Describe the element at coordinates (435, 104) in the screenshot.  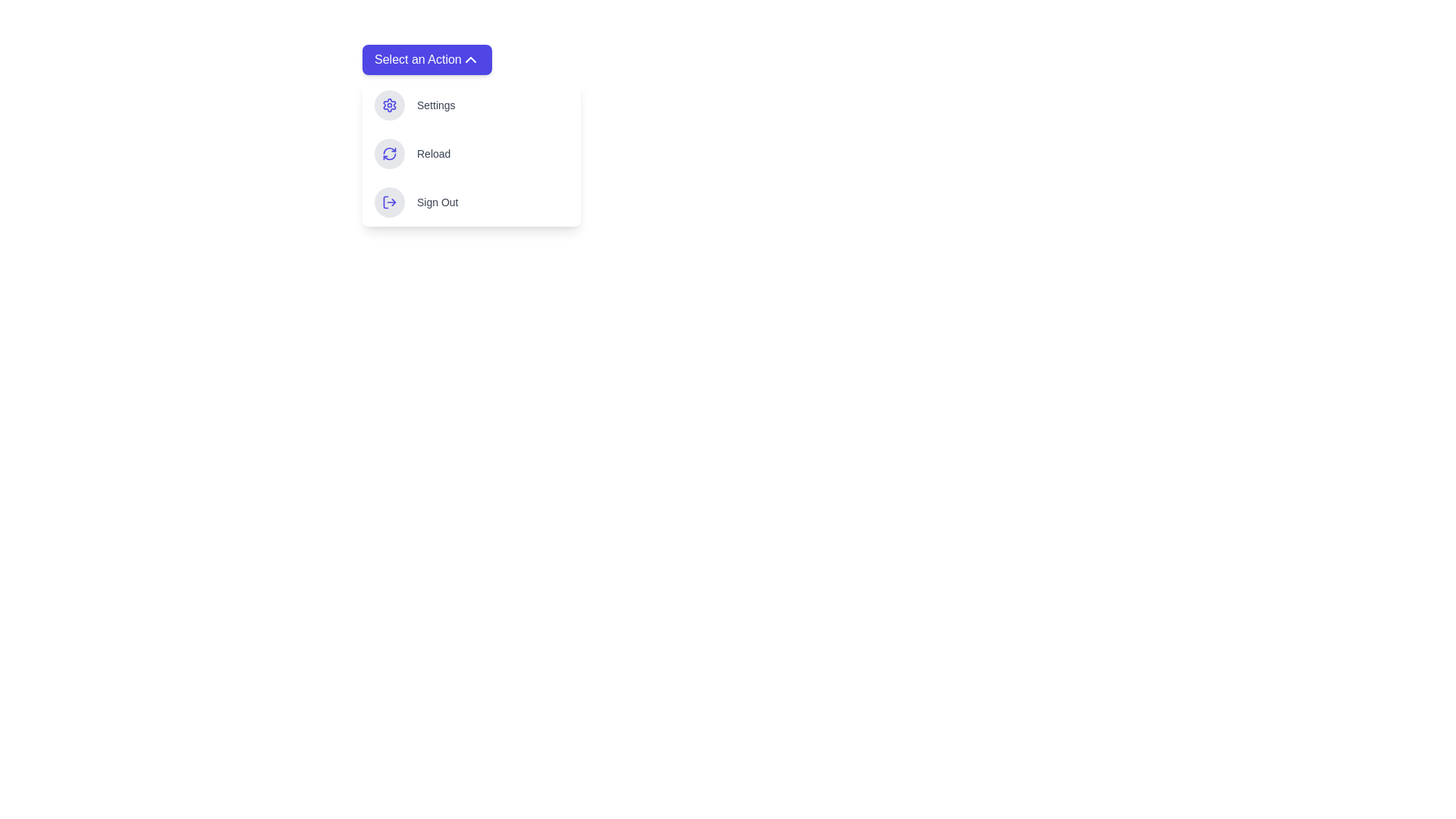
I see `the 'Settings' text label in the selectable menu` at that location.